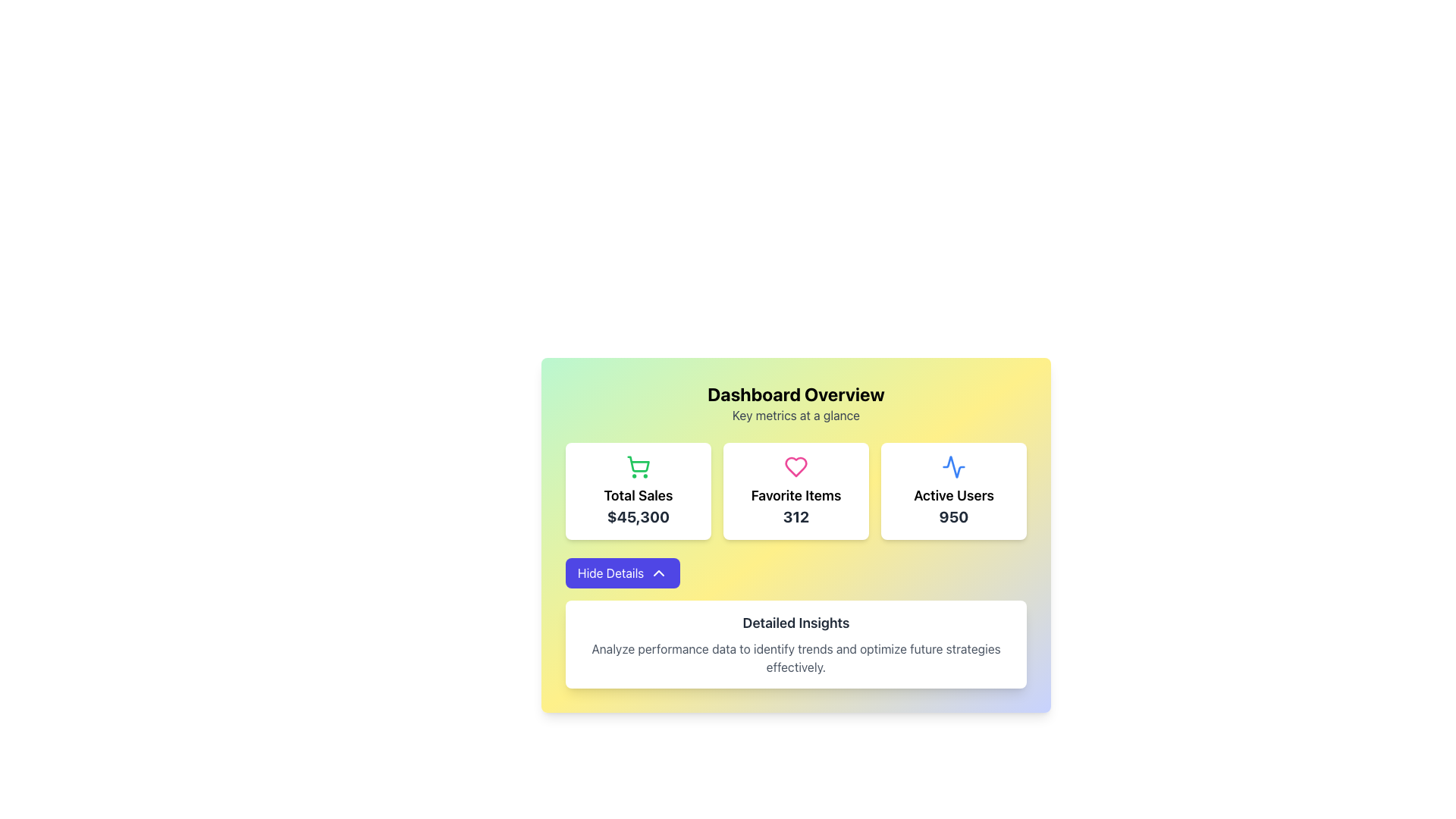  What do you see at coordinates (795, 394) in the screenshot?
I see `the prominent heading Text Label that indicates an overview of dashboard metrics, located at the top central area of the card-like section` at bounding box center [795, 394].